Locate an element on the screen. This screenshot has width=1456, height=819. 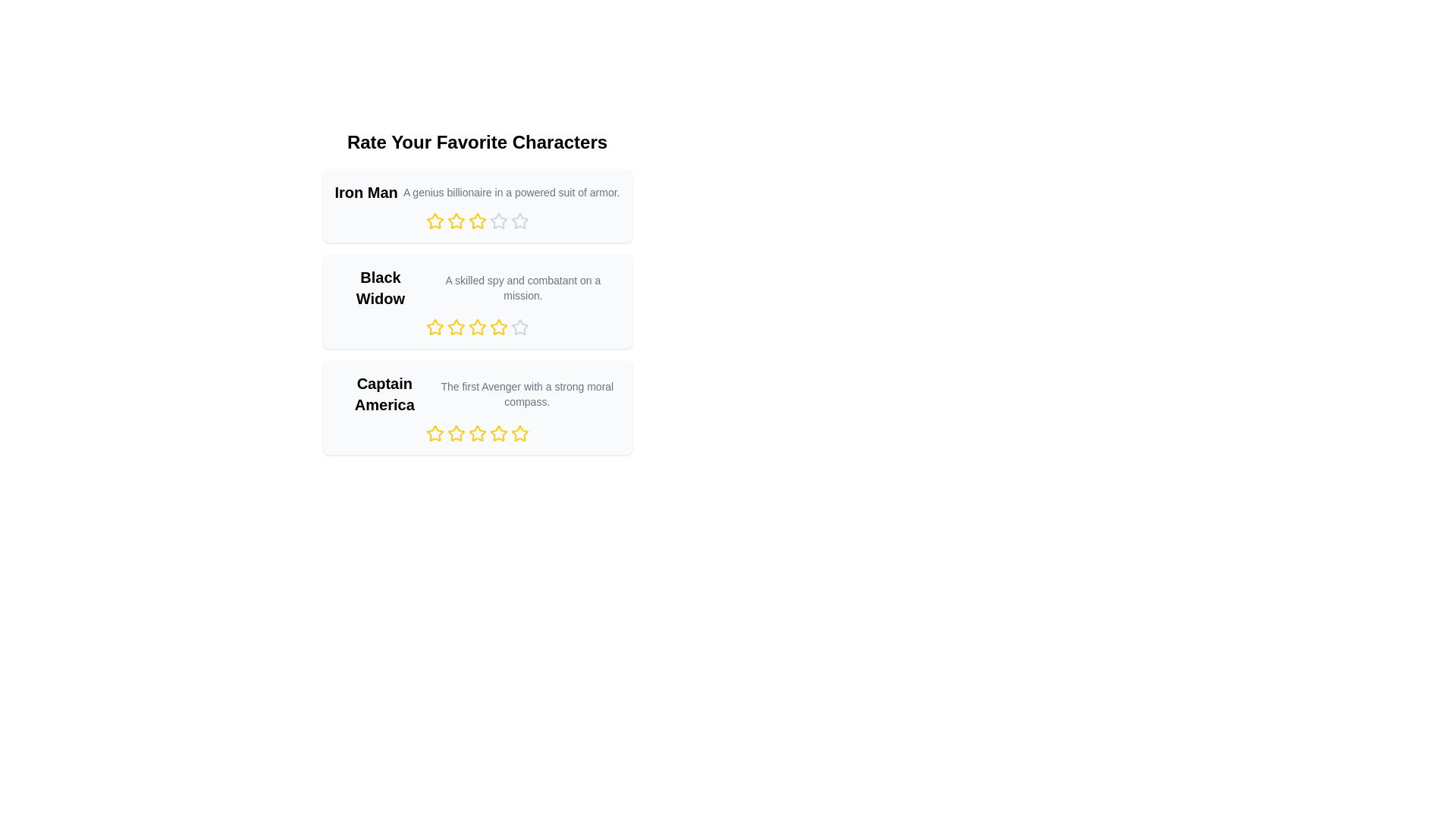
the third star is located at coordinates (476, 326).